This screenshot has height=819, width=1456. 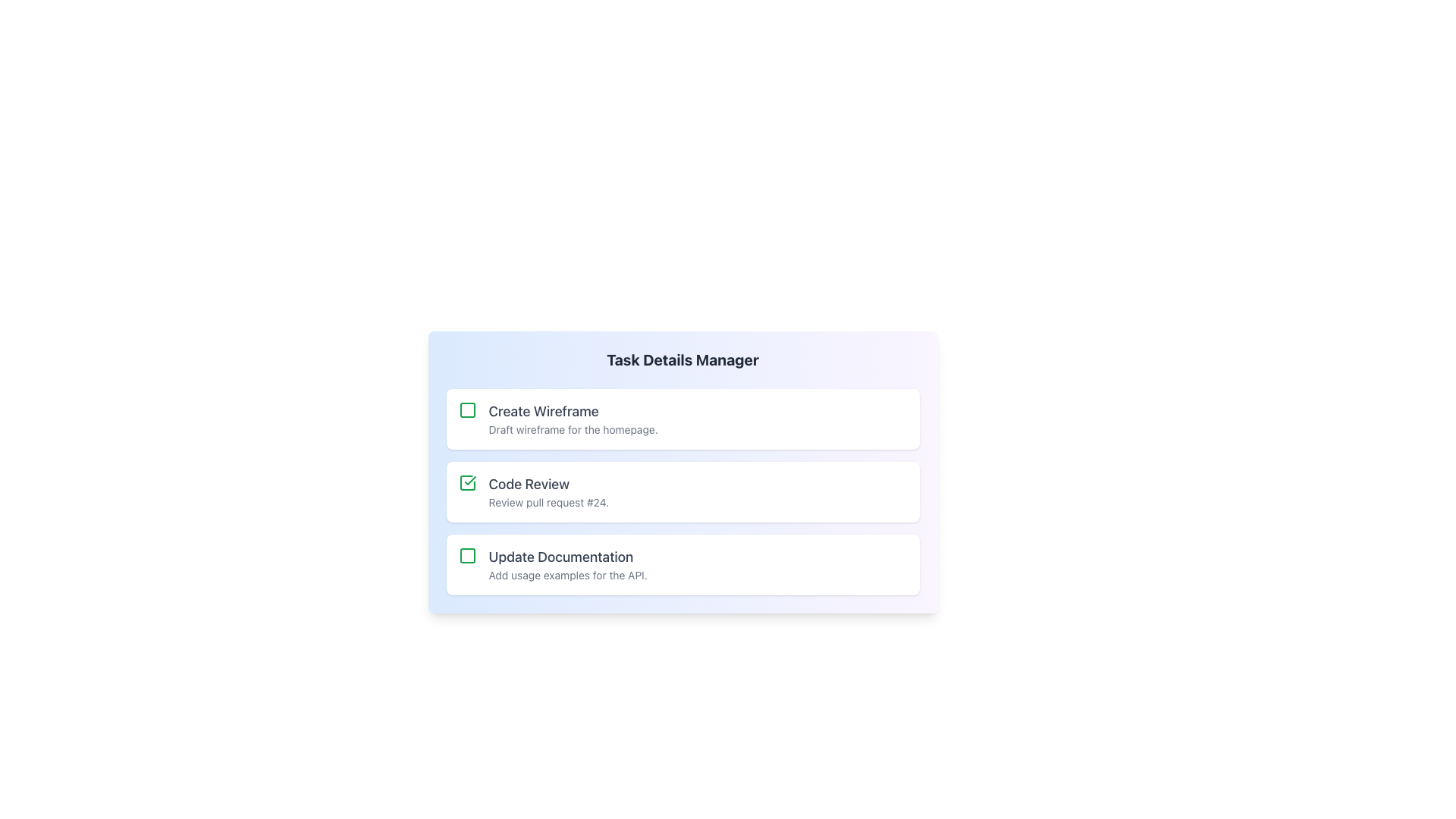 I want to click on the green-tinted square-shaped icon located before the text 'Create Wireframe', so click(x=466, y=409).